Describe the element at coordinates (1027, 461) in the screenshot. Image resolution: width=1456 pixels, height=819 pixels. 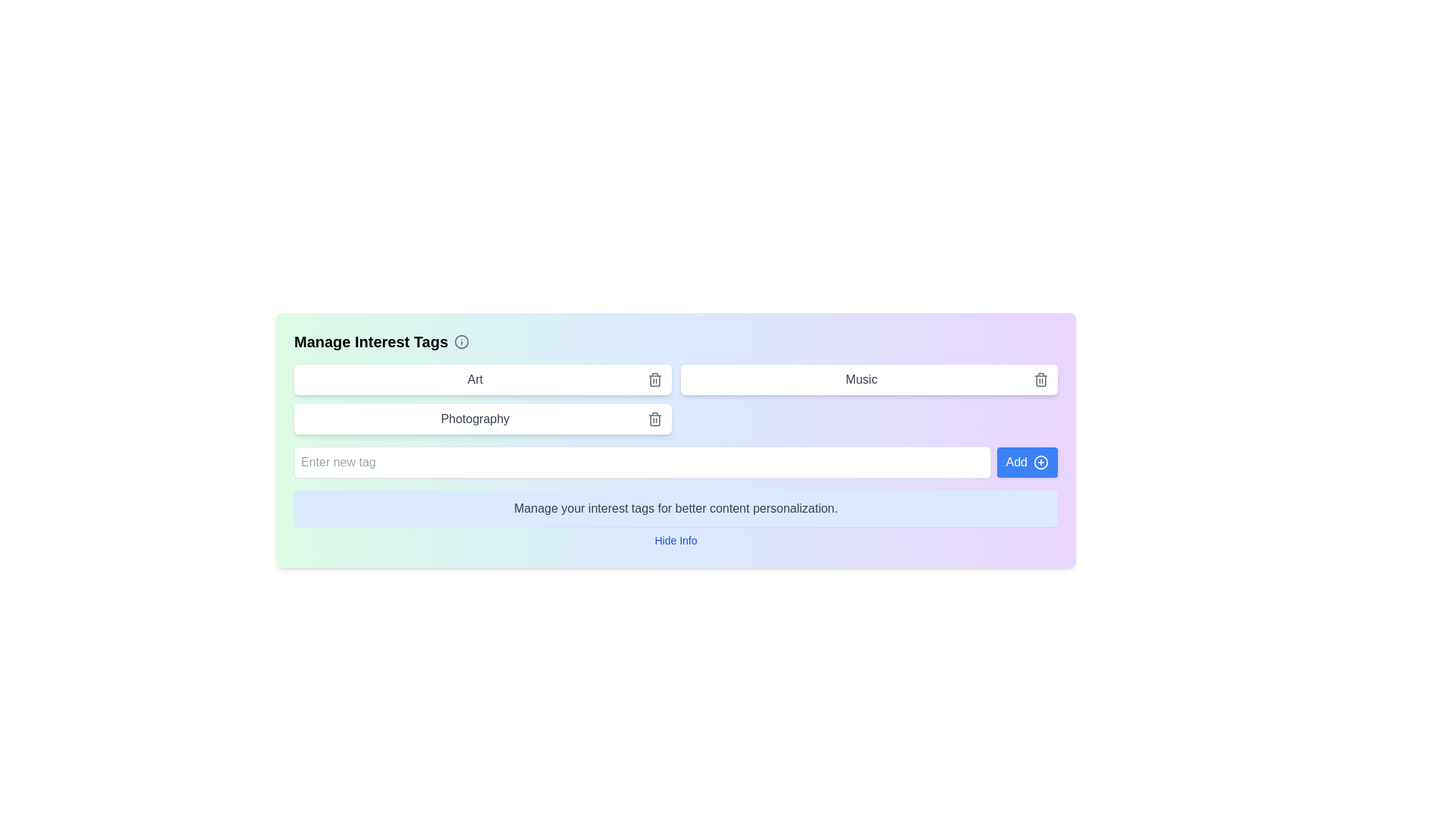
I see `the button located on the right-hand side of the 'Enter new tag' input field` at that location.